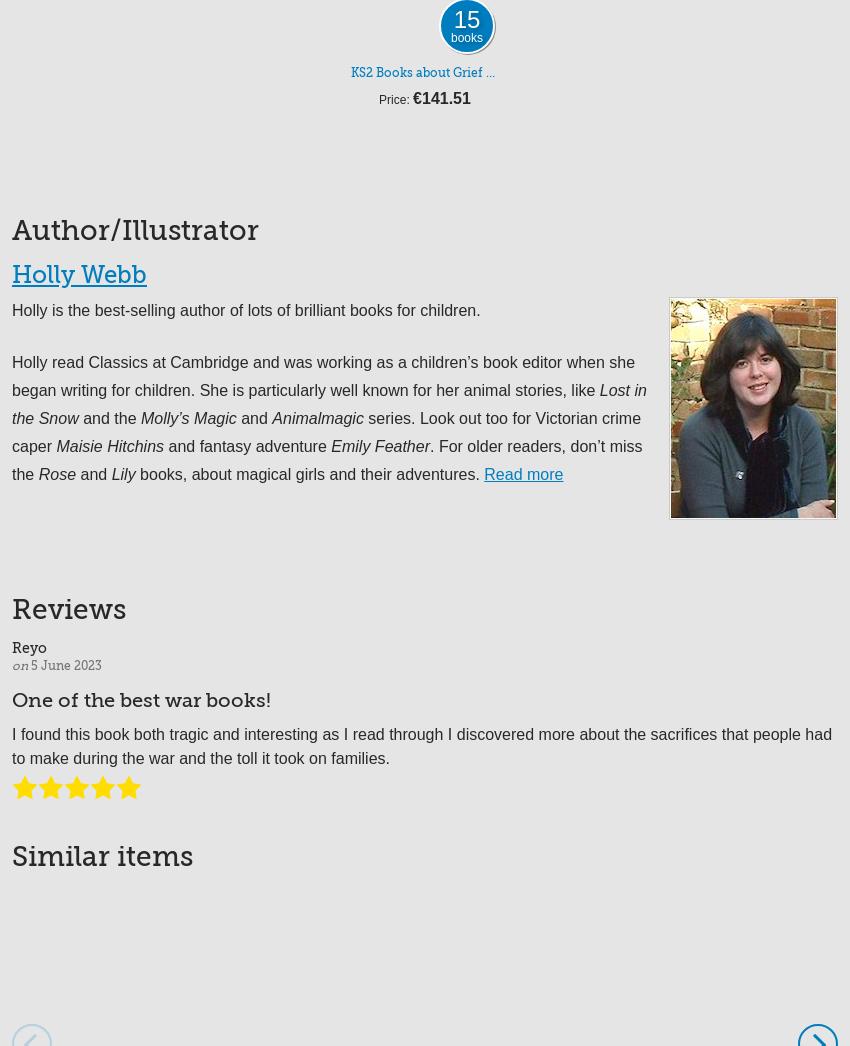 The image size is (850, 1046). Describe the element at coordinates (57, 474) in the screenshot. I see `'Rose'` at that location.